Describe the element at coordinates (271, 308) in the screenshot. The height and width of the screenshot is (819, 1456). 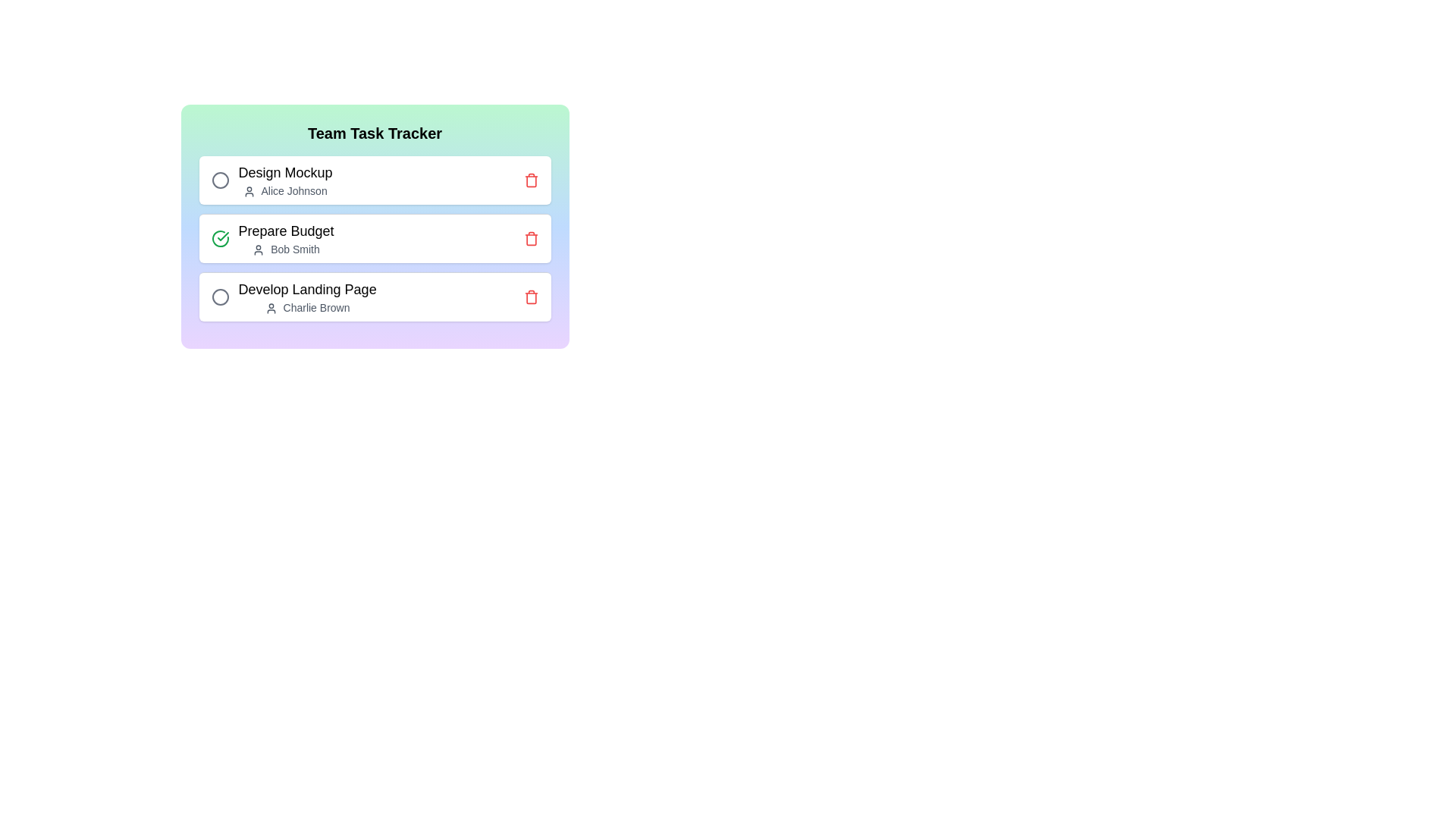
I see `the user icon associated with Develop Landing Page` at that location.